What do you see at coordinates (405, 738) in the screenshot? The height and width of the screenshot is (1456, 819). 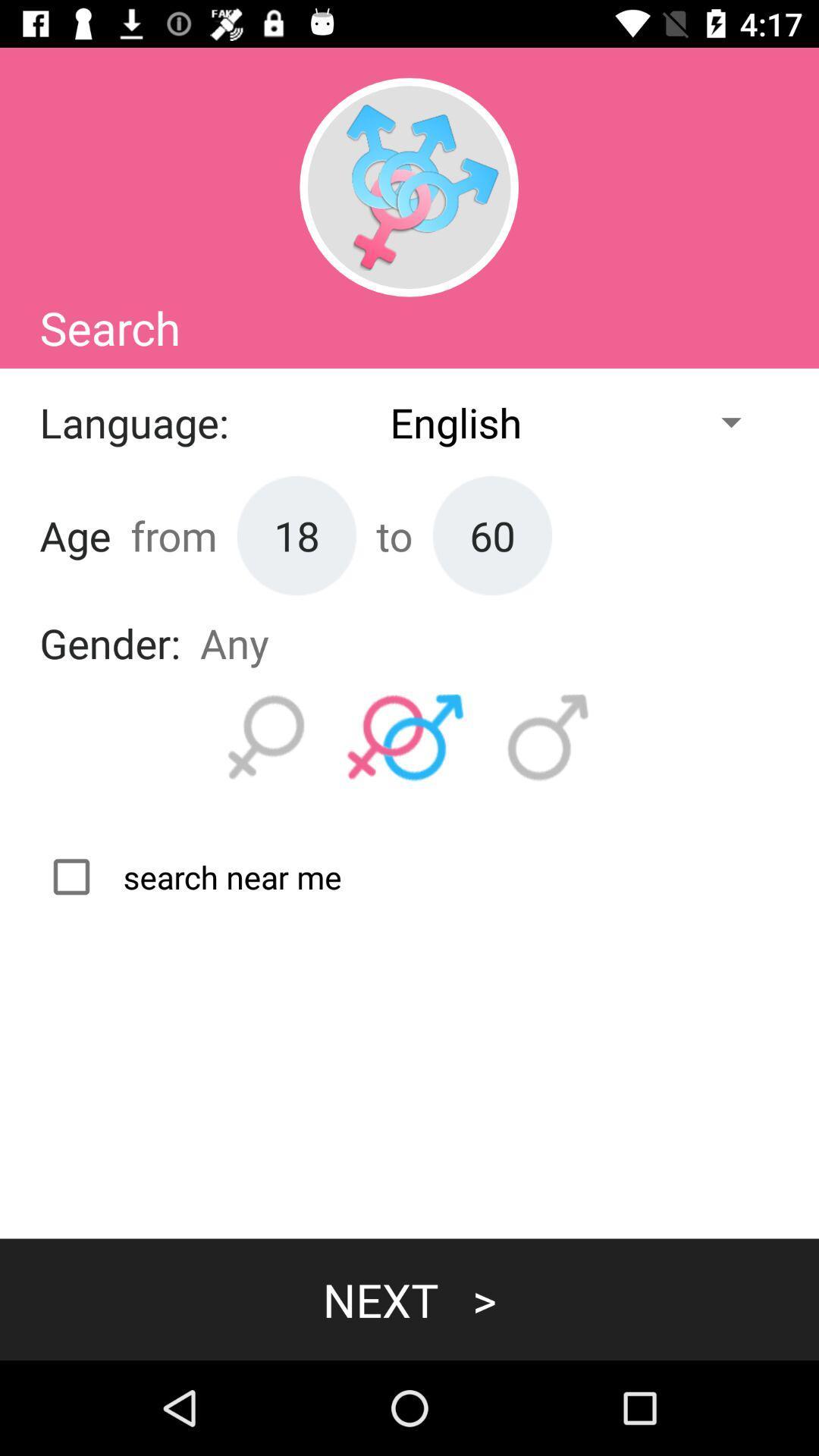 I see `search male and female` at bounding box center [405, 738].